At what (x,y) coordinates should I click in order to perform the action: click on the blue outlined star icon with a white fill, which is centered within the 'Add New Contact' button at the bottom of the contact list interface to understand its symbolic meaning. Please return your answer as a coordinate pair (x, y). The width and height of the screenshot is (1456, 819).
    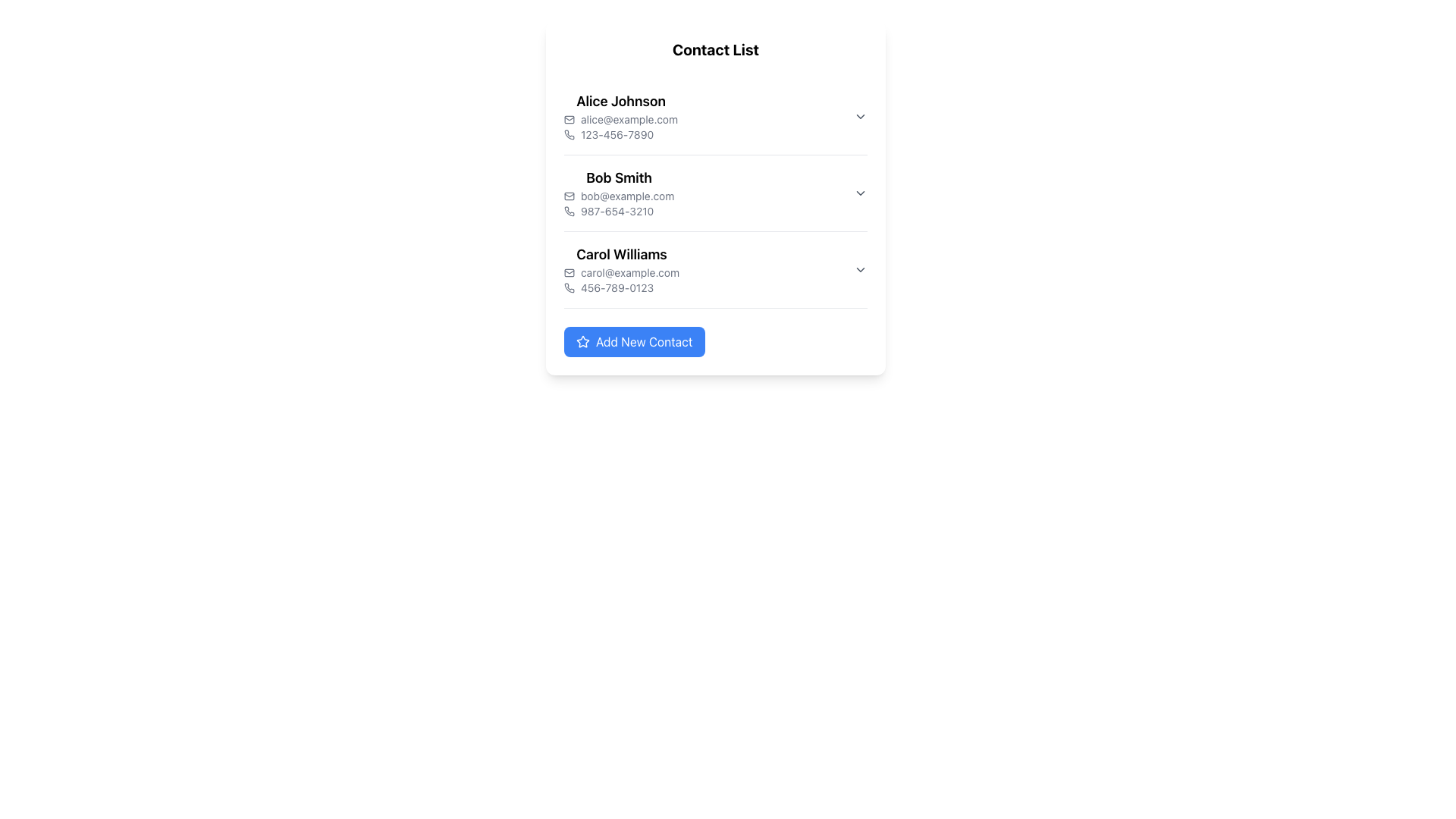
    Looking at the image, I should click on (582, 341).